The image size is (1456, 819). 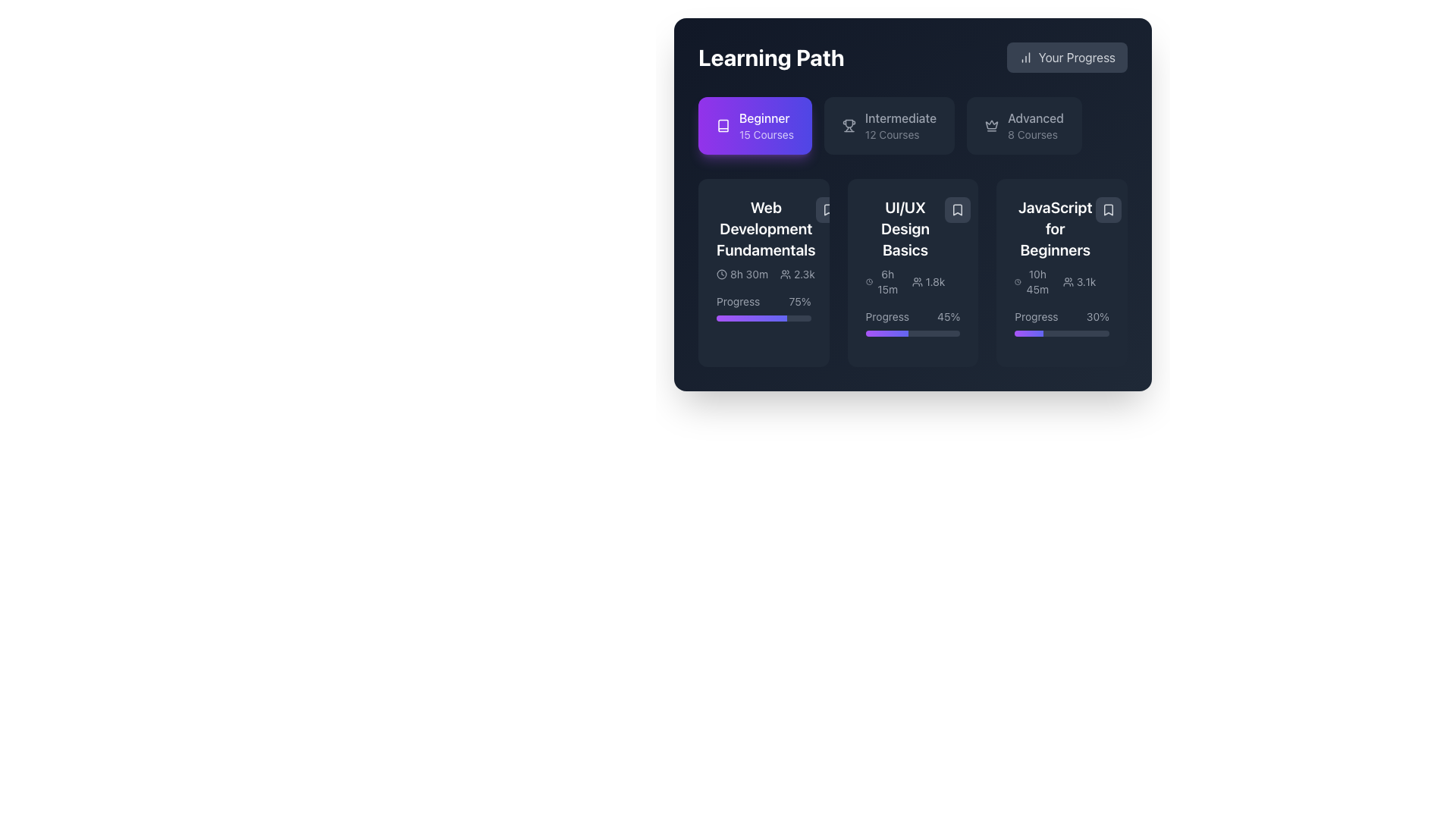 What do you see at coordinates (720, 275) in the screenshot?
I see `the icon representing the duration of the course 'Web Development Fundamentals'` at bounding box center [720, 275].